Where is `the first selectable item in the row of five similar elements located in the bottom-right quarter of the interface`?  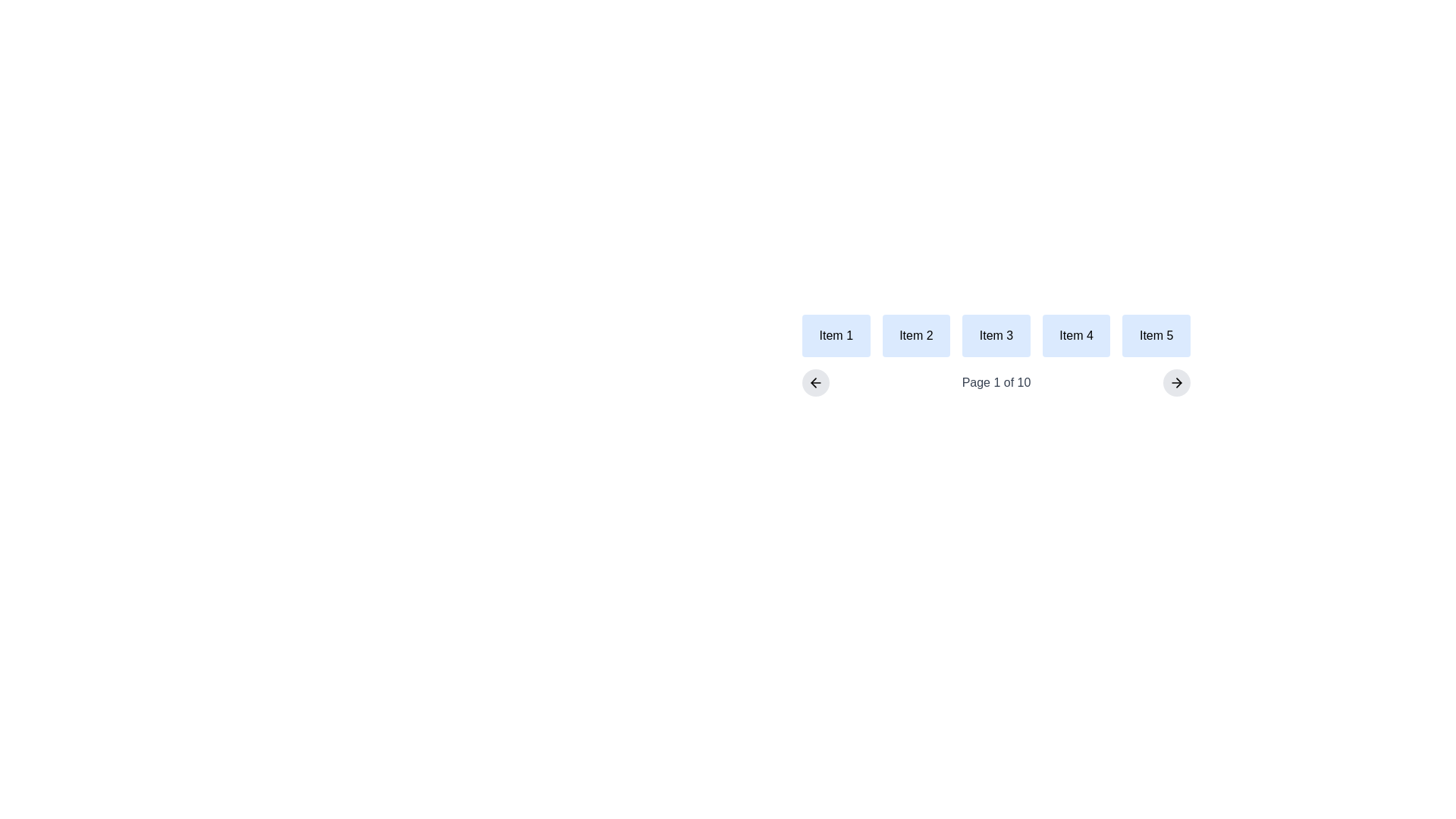
the first selectable item in the row of five similar elements located in the bottom-right quarter of the interface is located at coordinates (835, 335).